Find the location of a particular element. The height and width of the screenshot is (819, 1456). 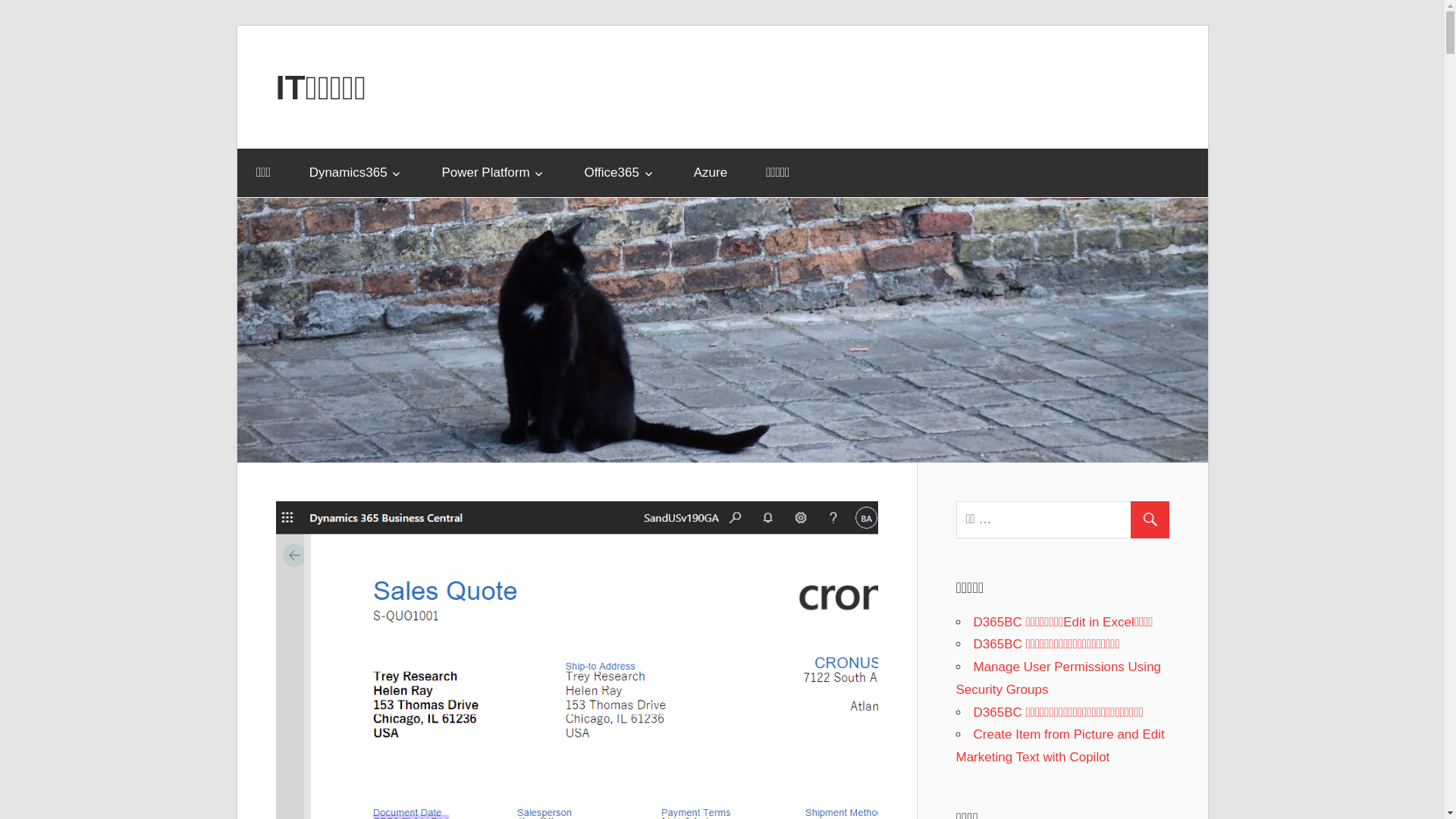

'Manage User Permissions Using Security Groups' is located at coordinates (1057, 677).